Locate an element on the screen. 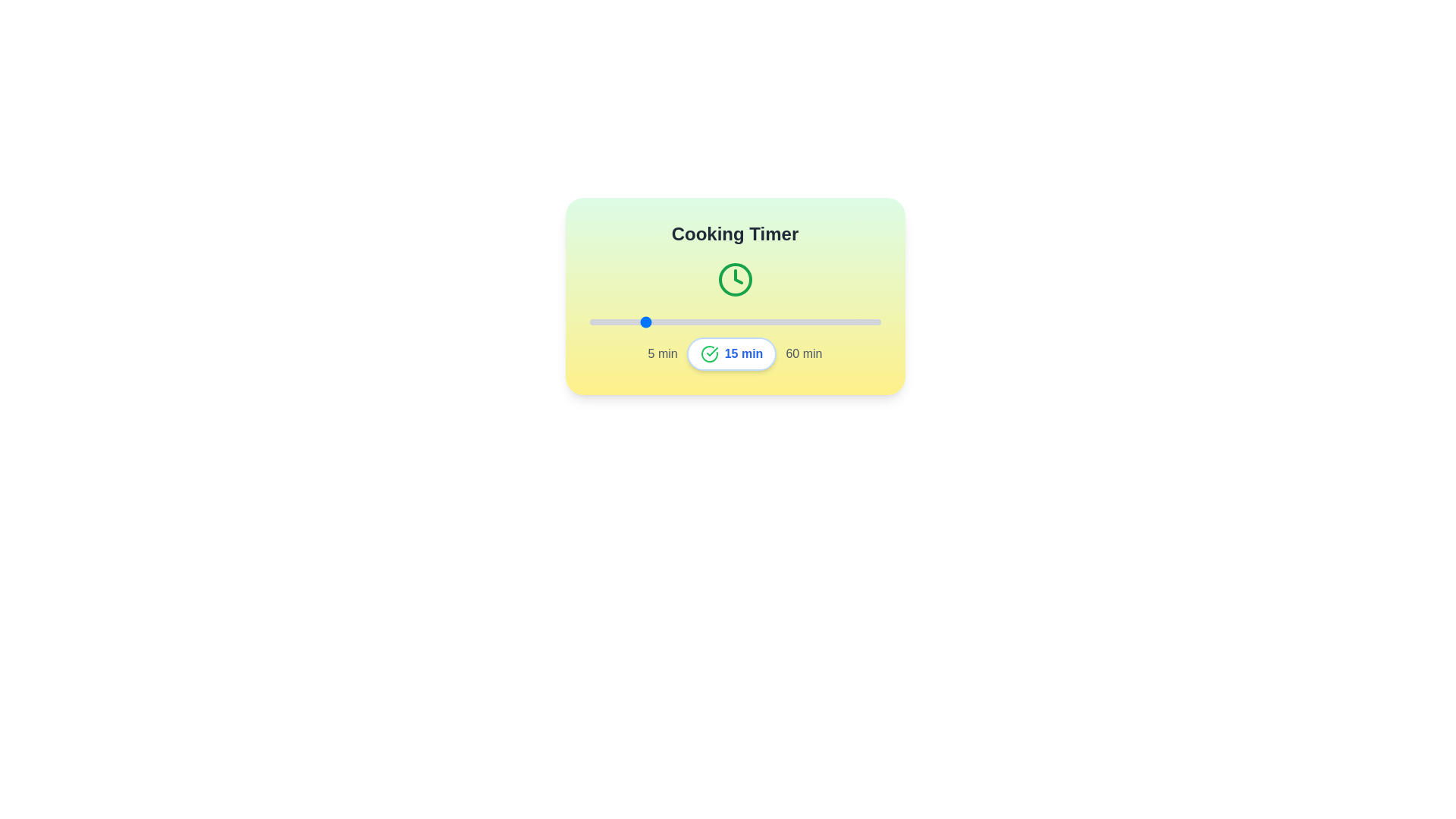 The width and height of the screenshot is (1456, 819). slider is located at coordinates (811, 321).